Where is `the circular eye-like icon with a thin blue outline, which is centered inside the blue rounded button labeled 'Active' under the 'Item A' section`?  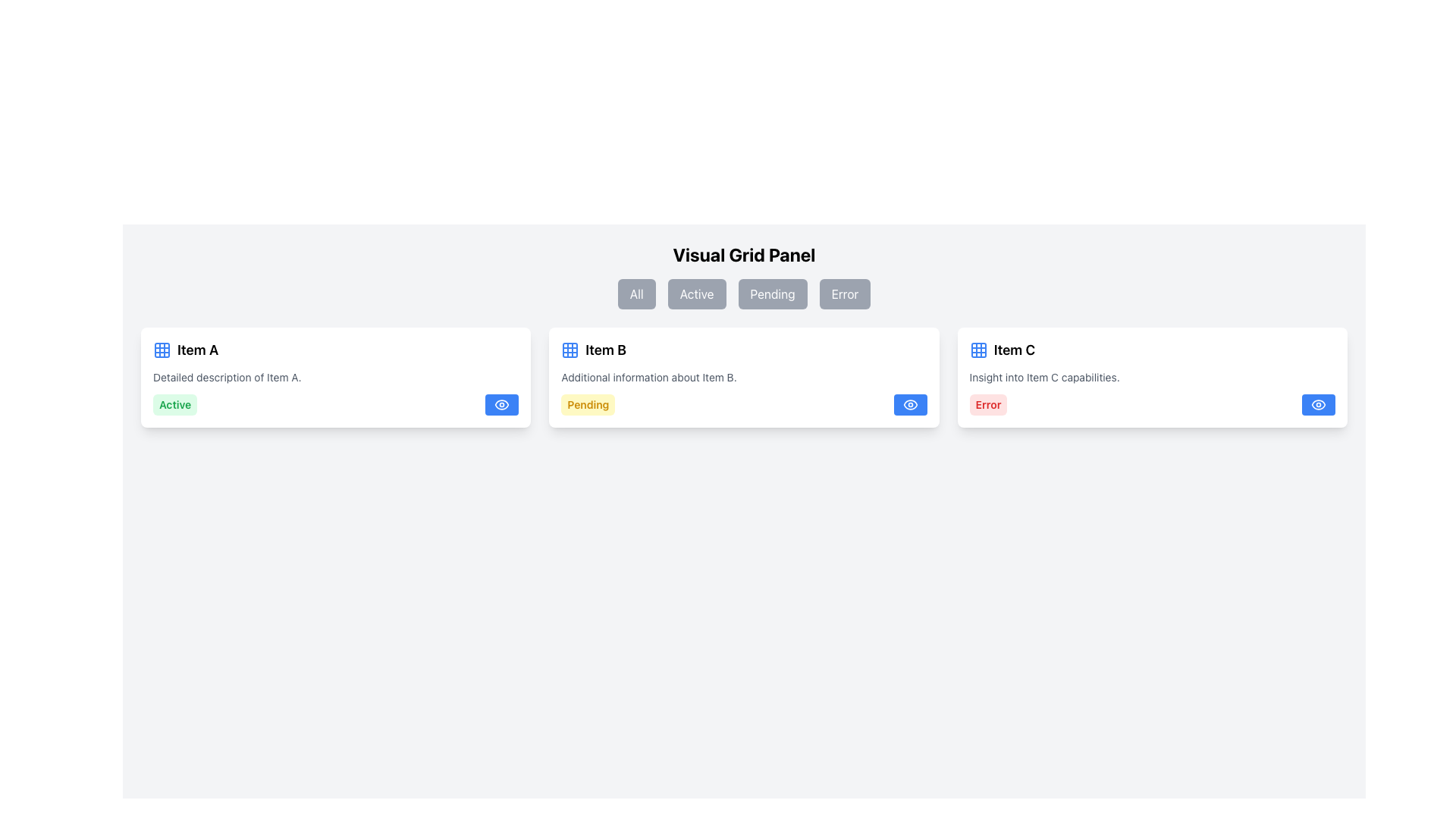
the circular eye-like icon with a thin blue outline, which is centered inside the blue rounded button labeled 'Active' under the 'Item A' section is located at coordinates (502, 403).